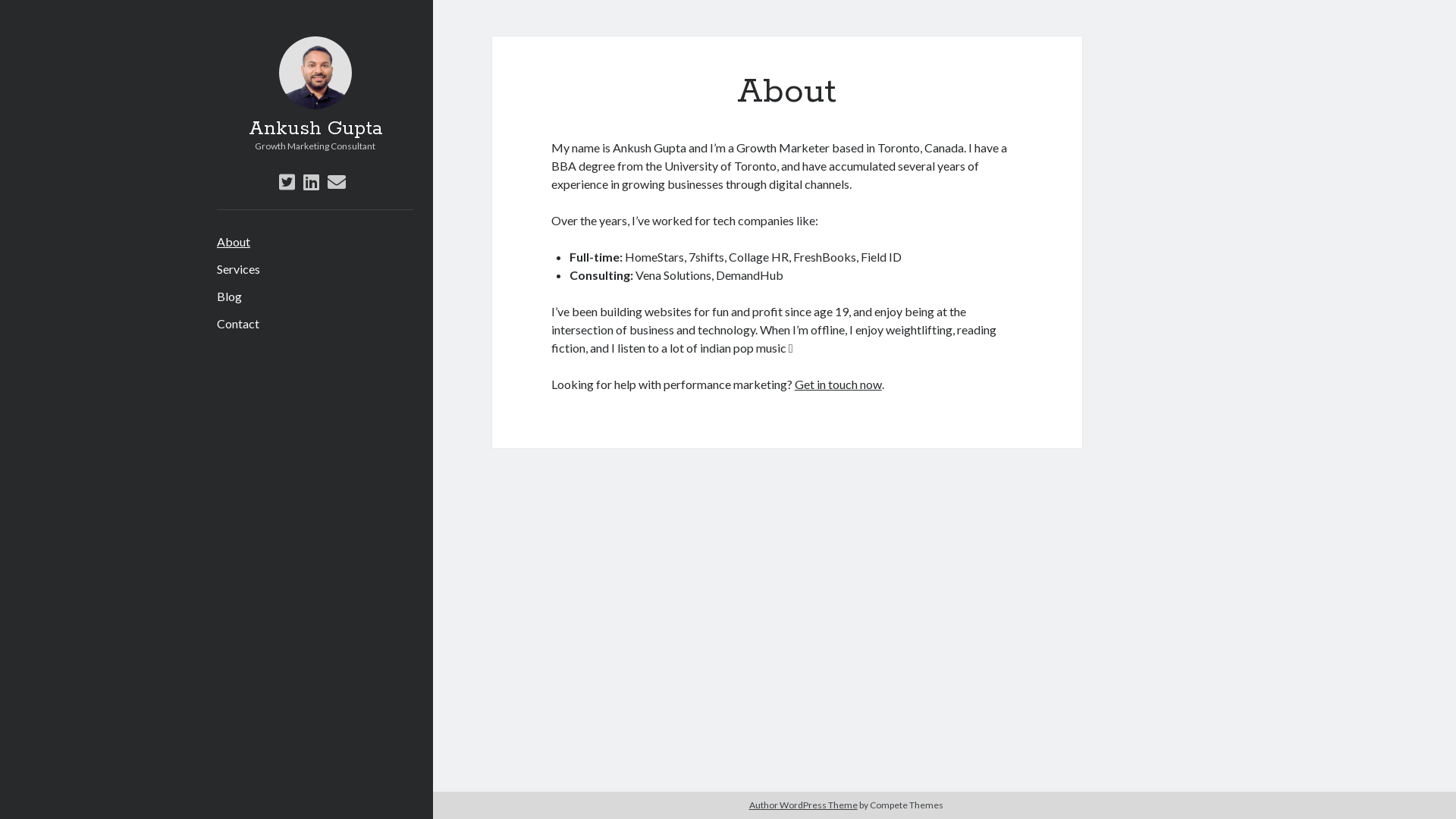  What do you see at coordinates (837, 383) in the screenshot?
I see `'Get in touch now'` at bounding box center [837, 383].